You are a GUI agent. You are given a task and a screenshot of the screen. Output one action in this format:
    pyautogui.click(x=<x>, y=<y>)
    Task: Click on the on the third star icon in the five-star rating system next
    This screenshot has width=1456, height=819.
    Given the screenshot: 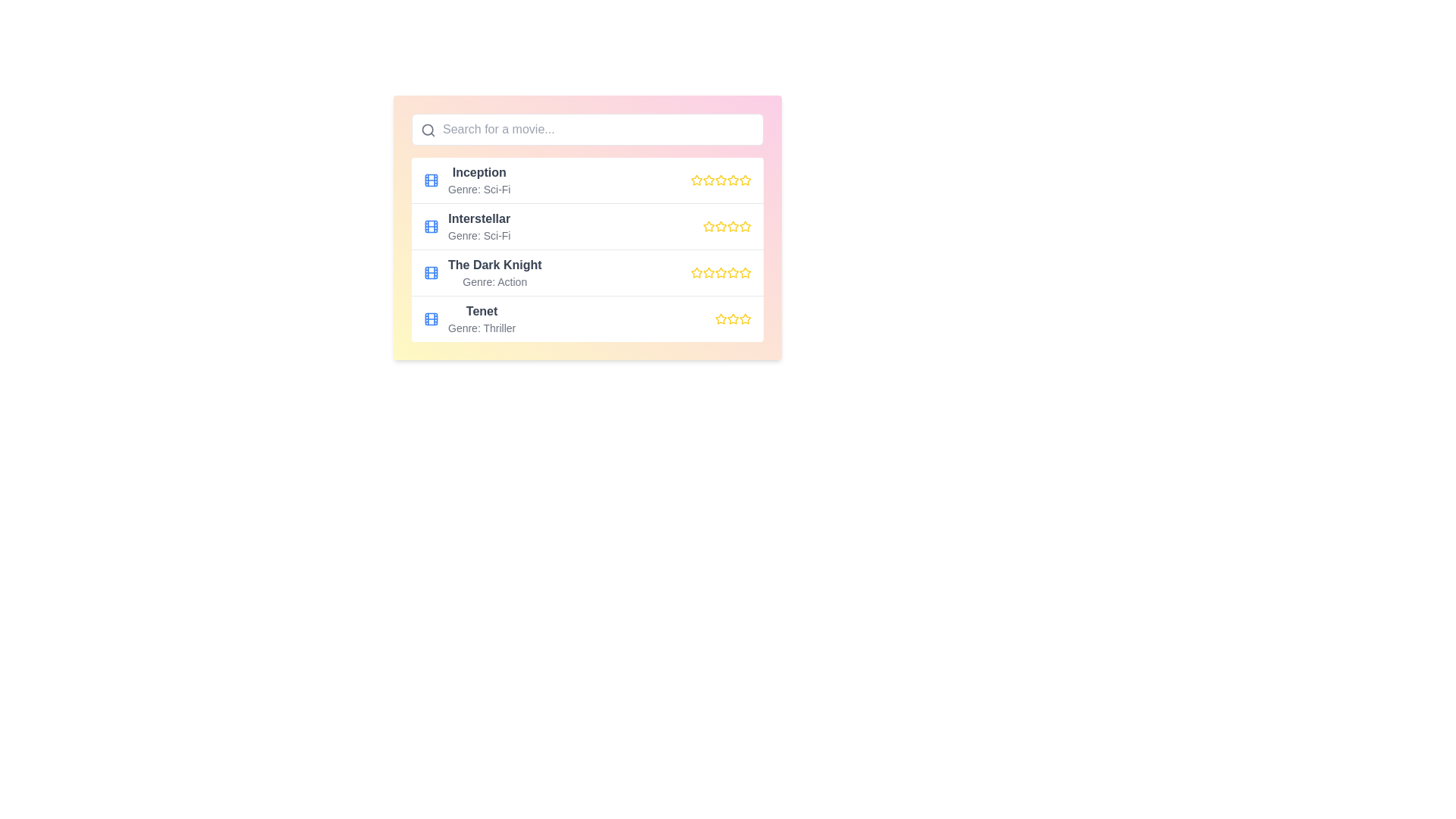 What is the action you would take?
    pyautogui.click(x=708, y=271)
    